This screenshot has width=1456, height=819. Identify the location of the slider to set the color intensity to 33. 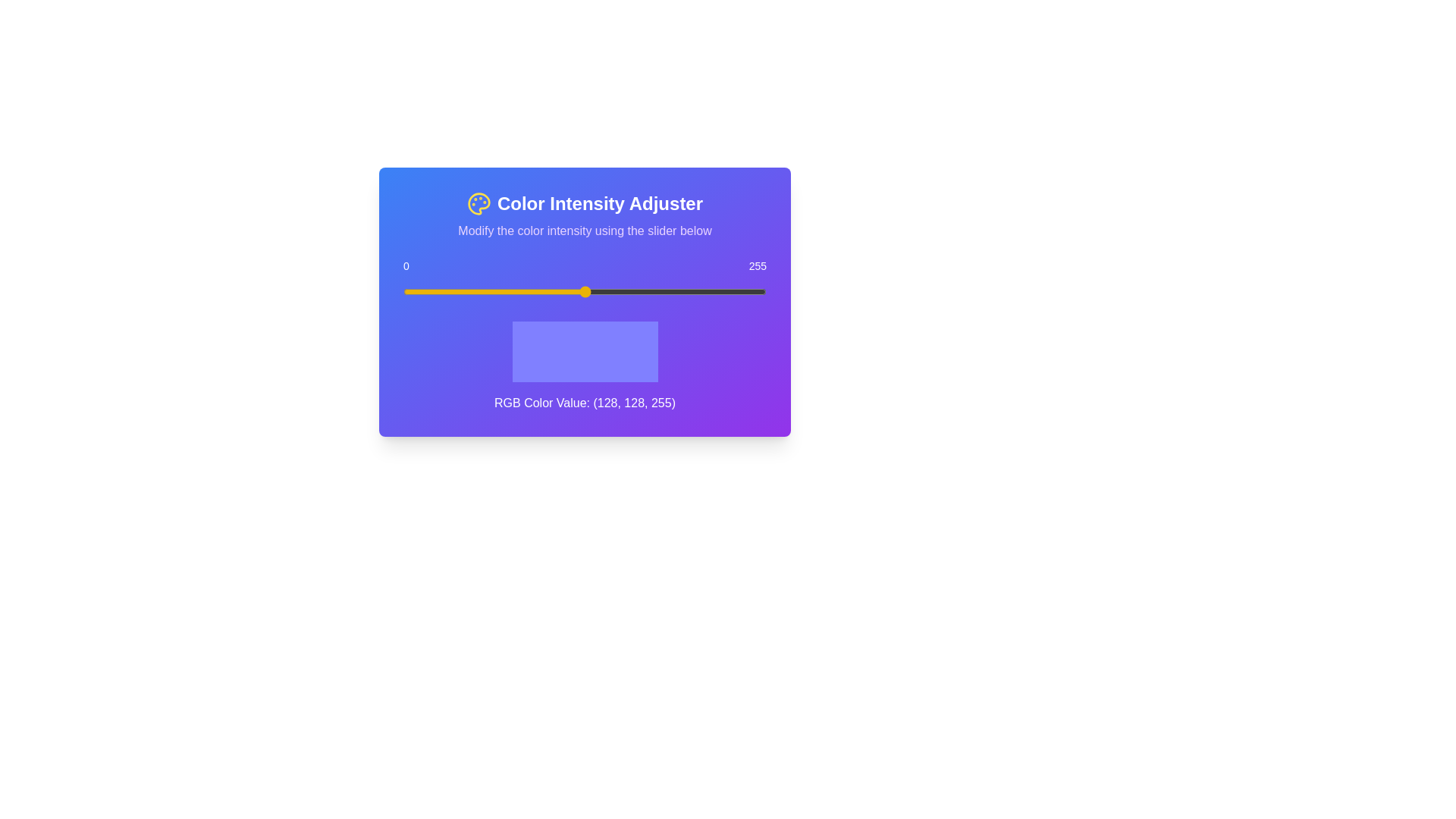
(450, 292).